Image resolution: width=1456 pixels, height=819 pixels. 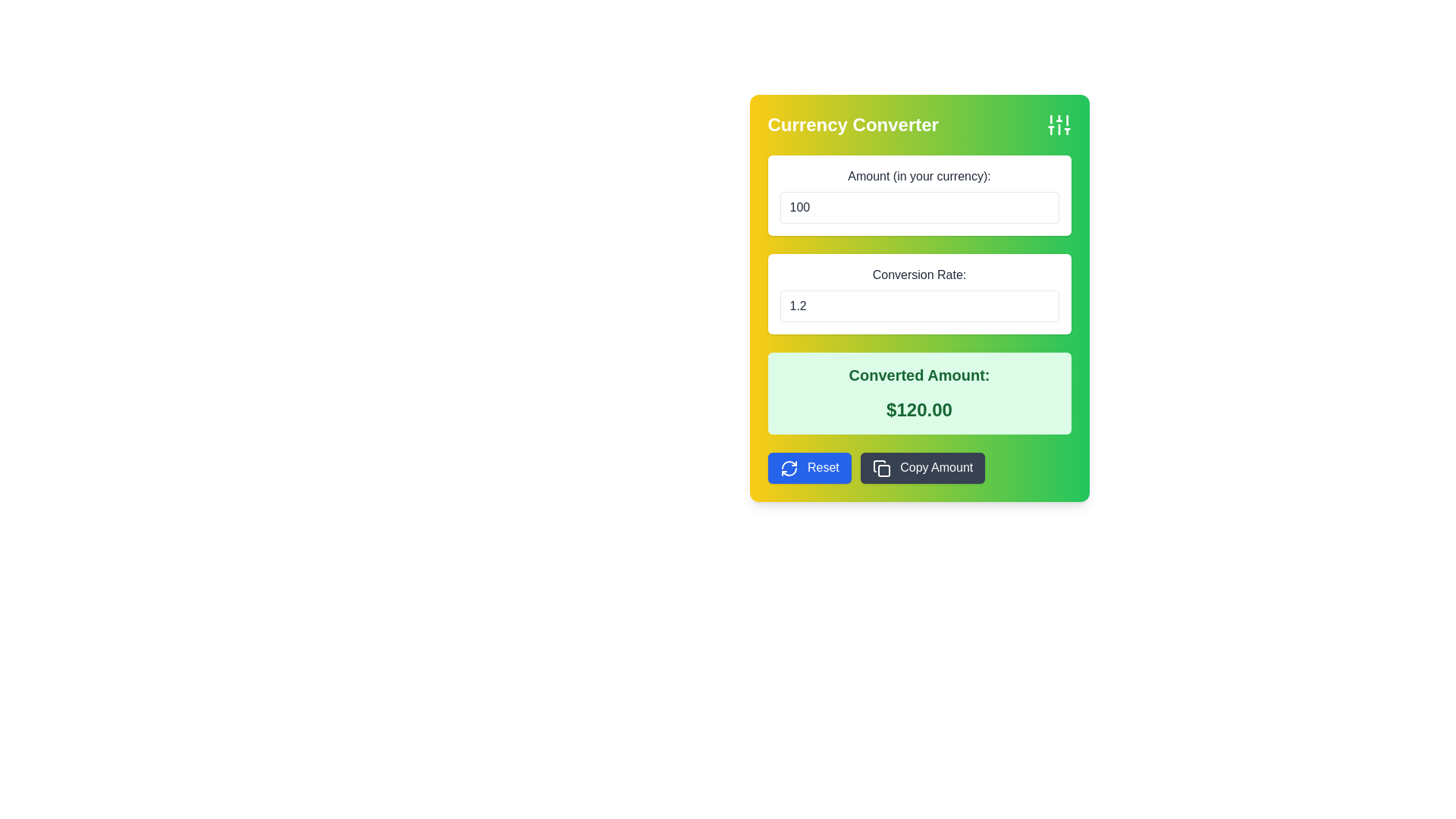 I want to click on the refresh icon element located within the 'Reset' button at the bottom-left of the interactive card with a gradient green background, so click(x=789, y=467).